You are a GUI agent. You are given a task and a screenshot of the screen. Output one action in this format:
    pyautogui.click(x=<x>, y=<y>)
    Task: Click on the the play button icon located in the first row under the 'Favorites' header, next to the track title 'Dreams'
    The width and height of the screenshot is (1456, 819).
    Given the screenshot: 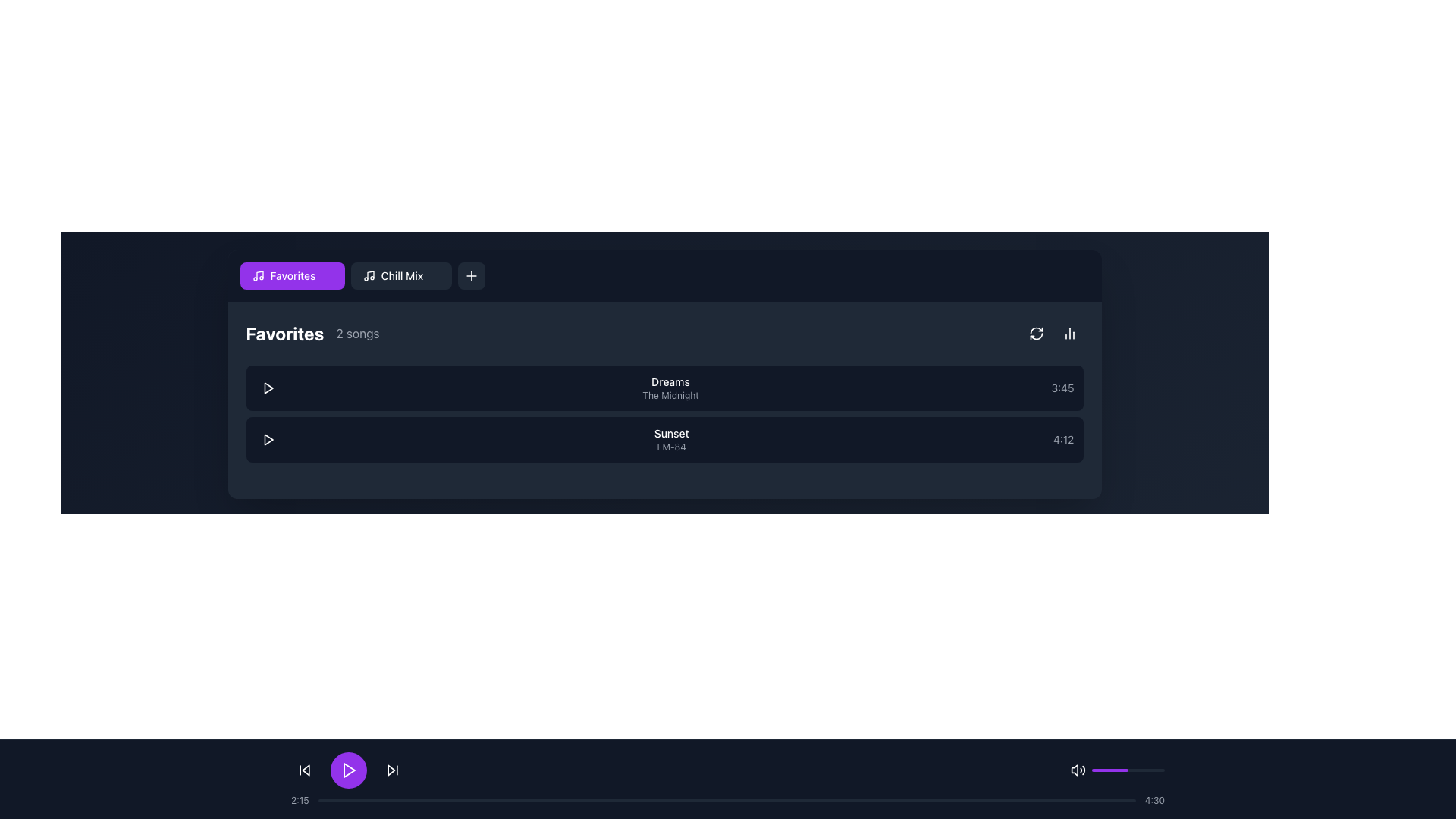 What is the action you would take?
    pyautogui.click(x=268, y=388)
    